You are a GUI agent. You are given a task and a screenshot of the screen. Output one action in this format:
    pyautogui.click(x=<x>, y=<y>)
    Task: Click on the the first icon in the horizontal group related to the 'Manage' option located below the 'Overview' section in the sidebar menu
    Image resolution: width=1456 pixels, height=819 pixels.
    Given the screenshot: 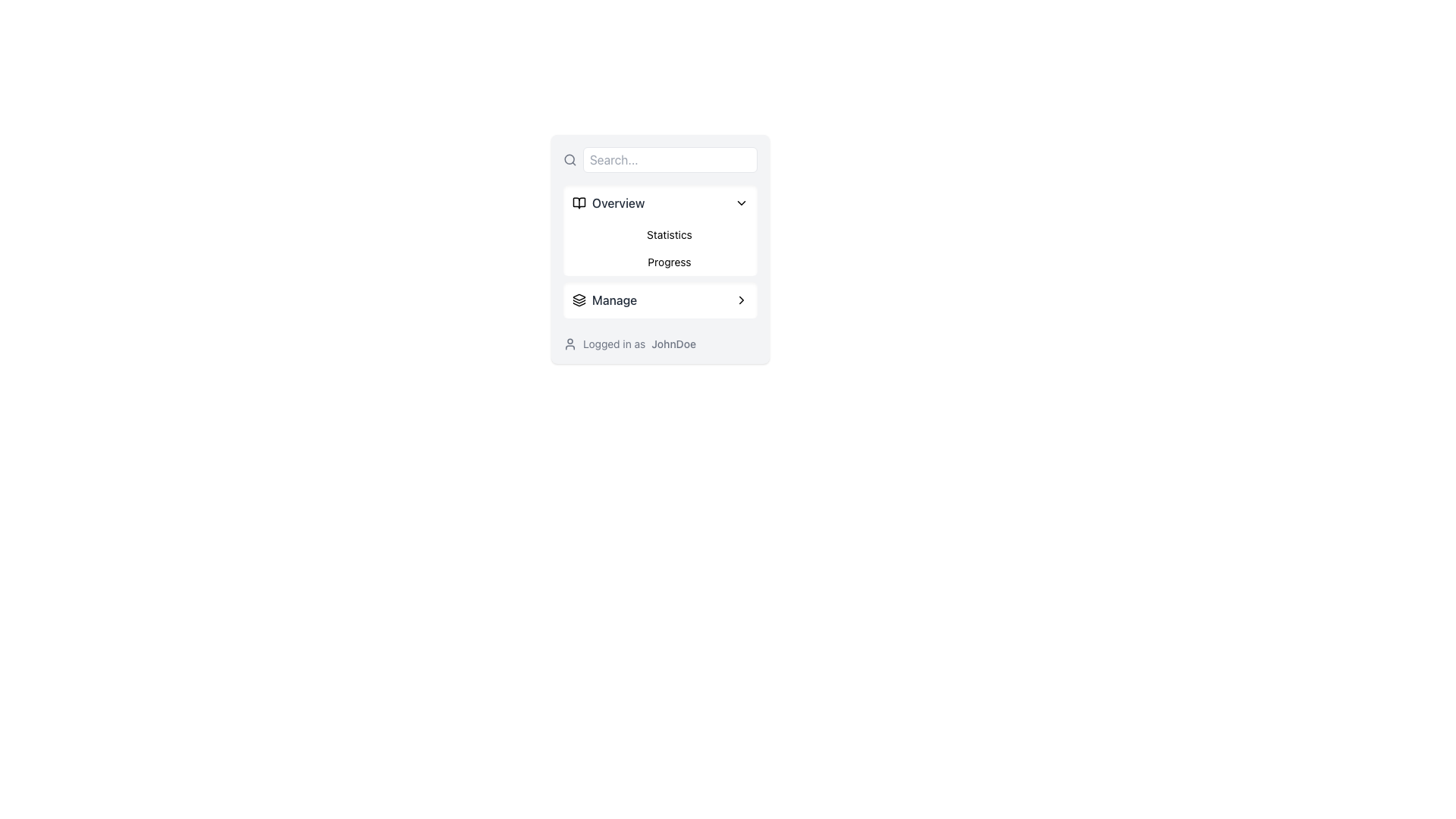 What is the action you would take?
    pyautogui.click(x=578, y=300)
    